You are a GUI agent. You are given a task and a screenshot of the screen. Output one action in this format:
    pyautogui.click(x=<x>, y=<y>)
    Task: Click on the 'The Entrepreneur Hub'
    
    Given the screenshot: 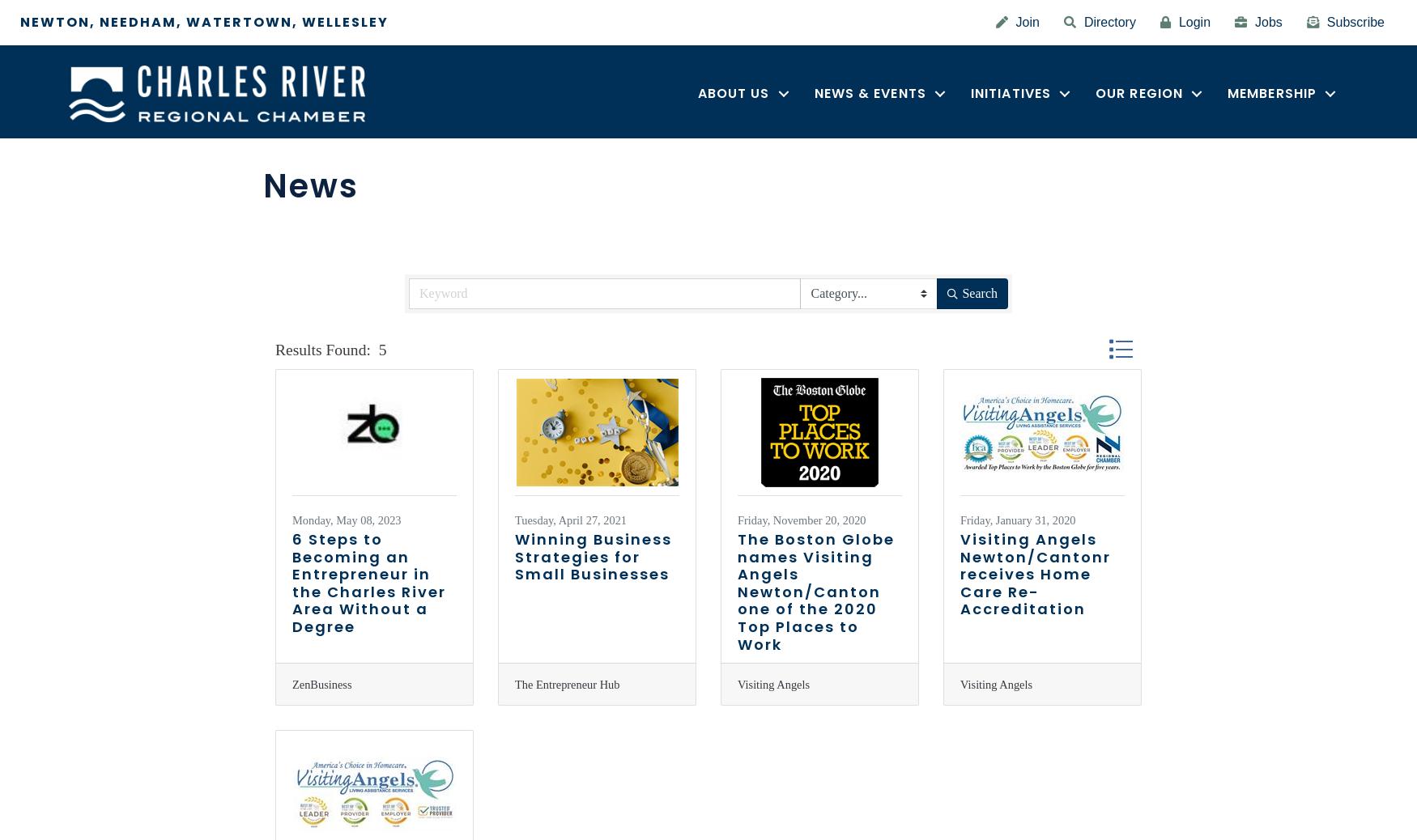 What is the action you would take?
    pyautogui.click(x=567, y=684)
    